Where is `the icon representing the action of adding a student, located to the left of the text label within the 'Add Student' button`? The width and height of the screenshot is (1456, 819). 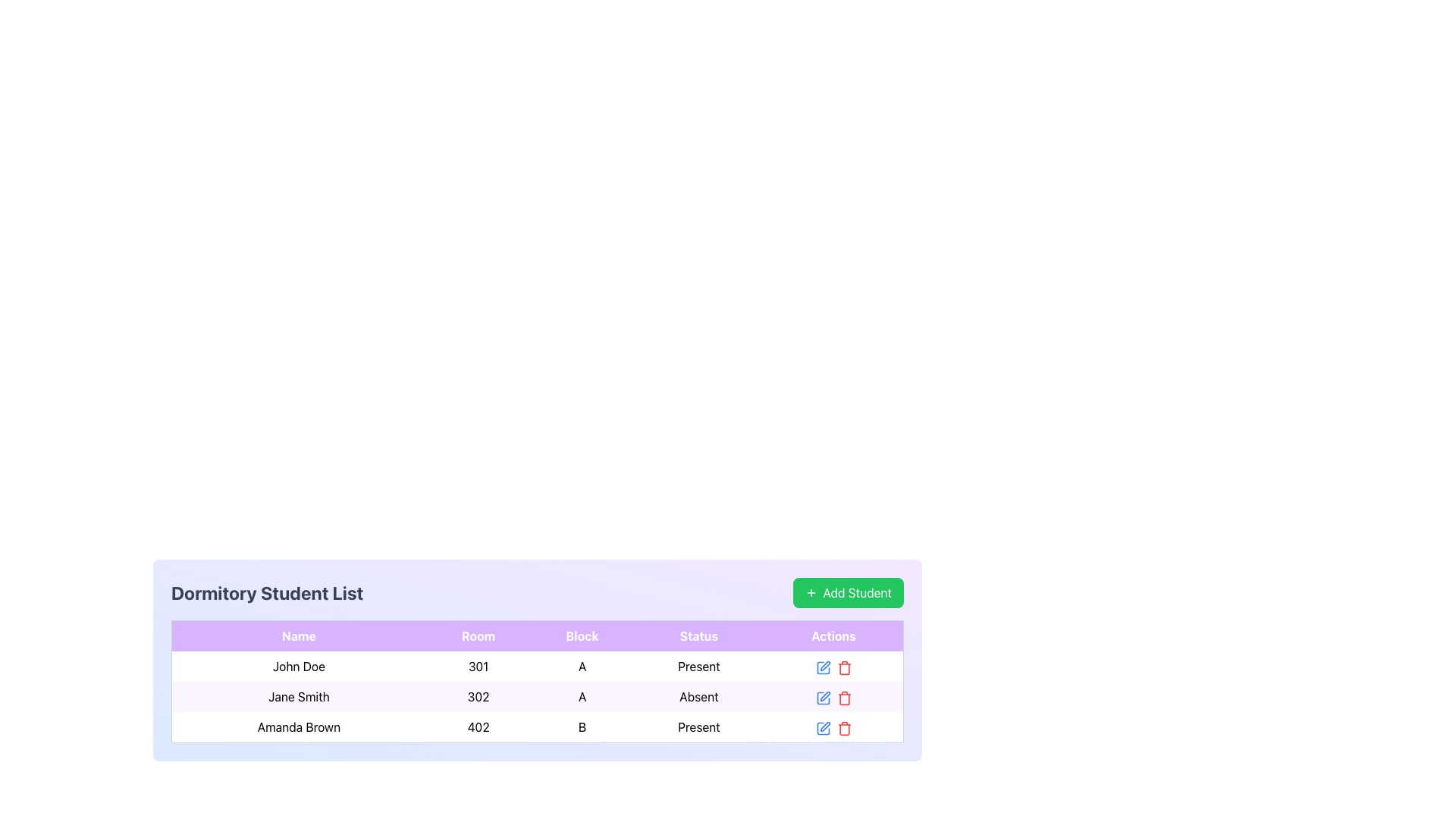 the icon representing the action of adding a student, located to the left of the text label within the 'Add Student' button is located at coordinates (810, 592).